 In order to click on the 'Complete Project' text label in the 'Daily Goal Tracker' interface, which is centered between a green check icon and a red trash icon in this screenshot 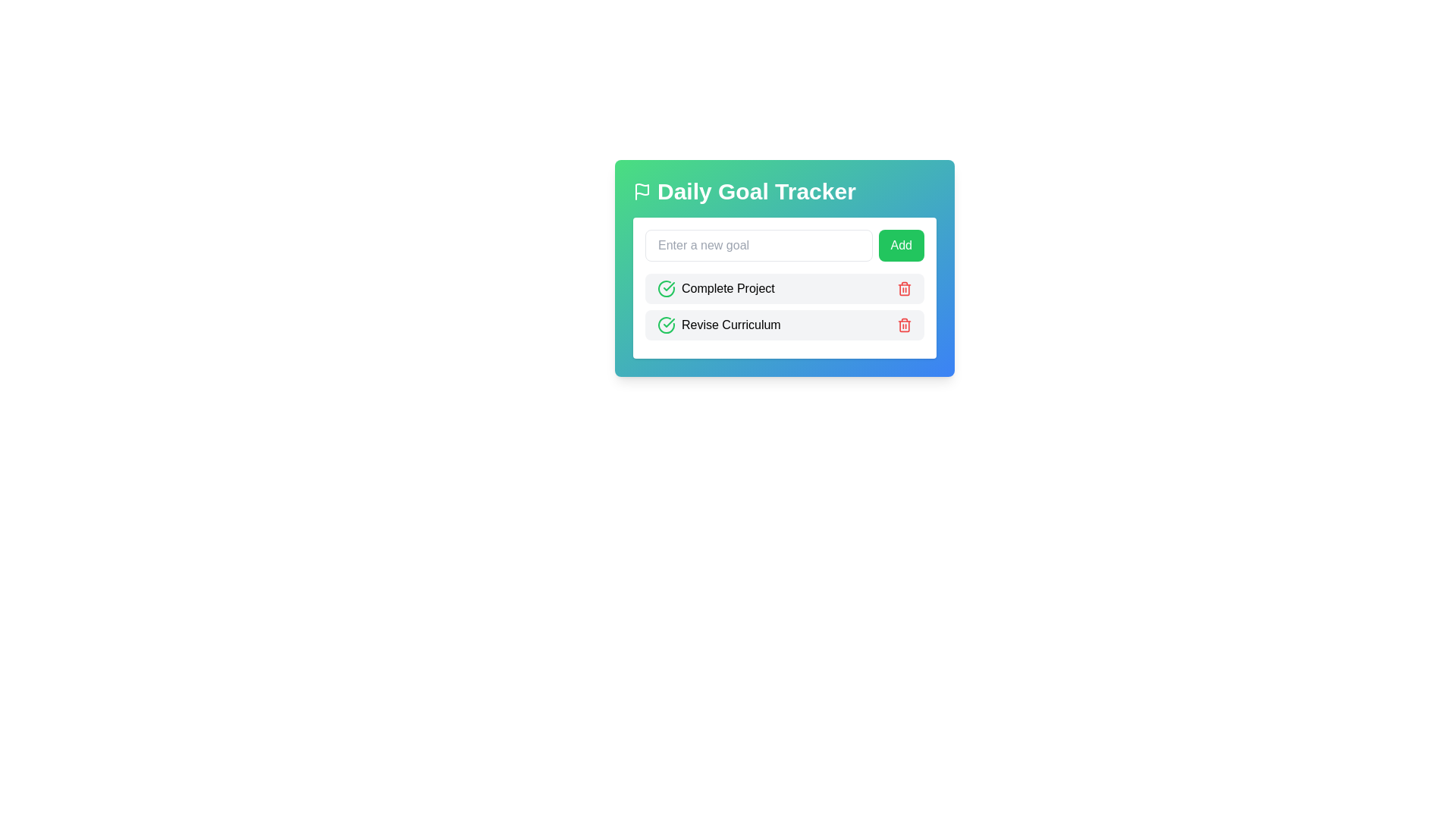, I will do `click(728, 289)`.